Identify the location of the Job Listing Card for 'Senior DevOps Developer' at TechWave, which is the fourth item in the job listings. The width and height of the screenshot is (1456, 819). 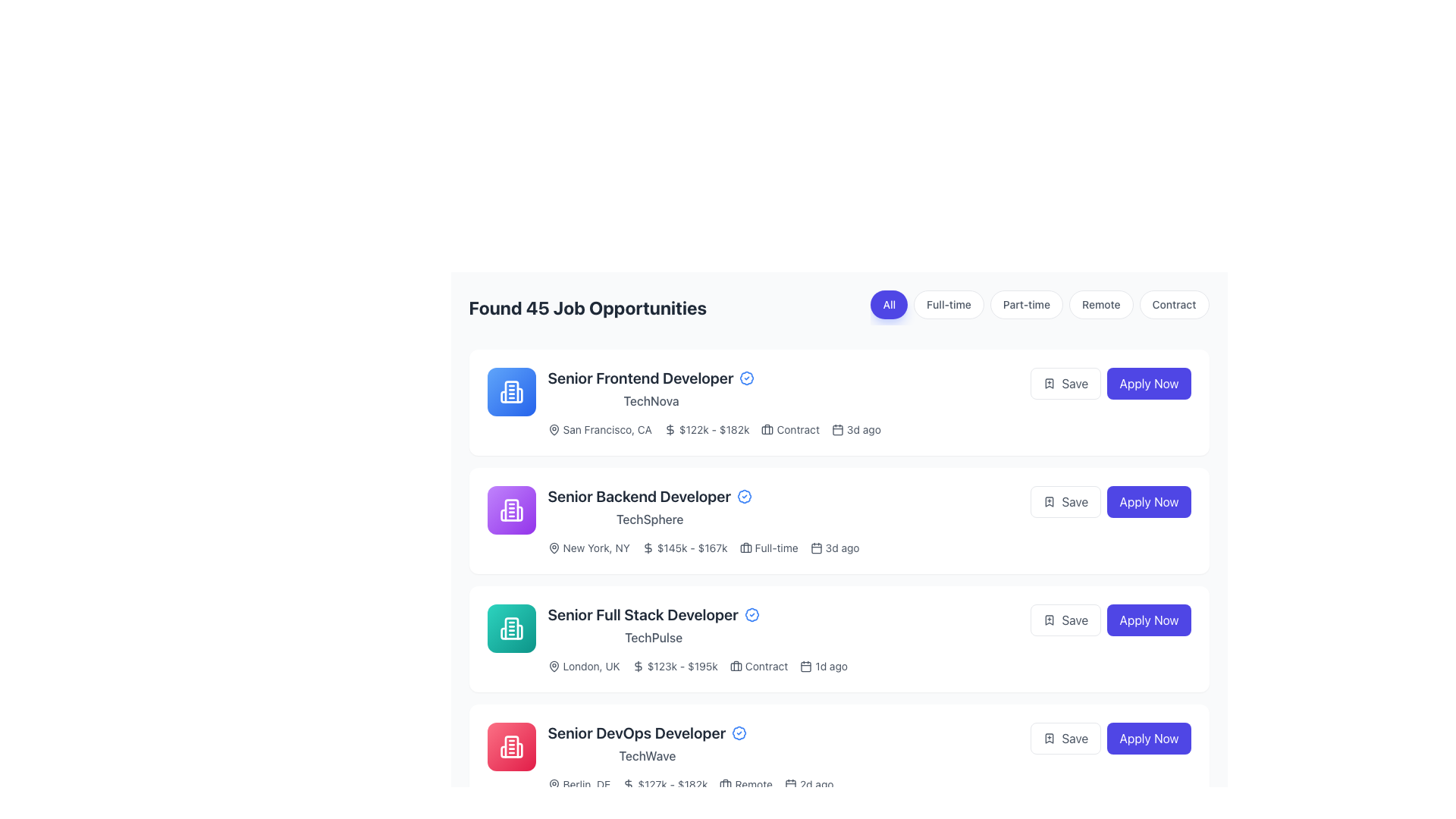
(838, 758).